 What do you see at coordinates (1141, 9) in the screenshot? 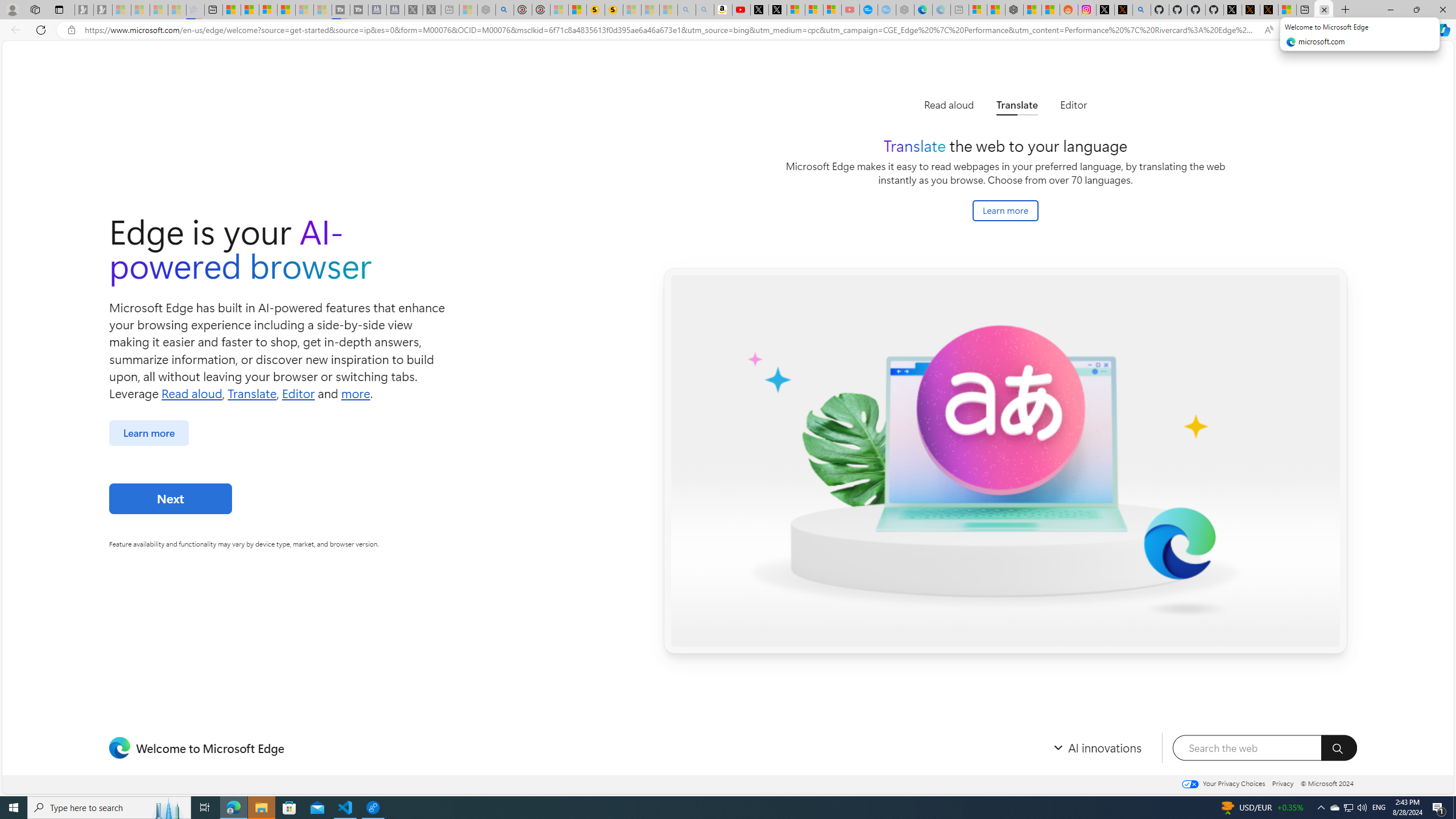
I see `'github - Search'` at bounding box center [1141, 9].